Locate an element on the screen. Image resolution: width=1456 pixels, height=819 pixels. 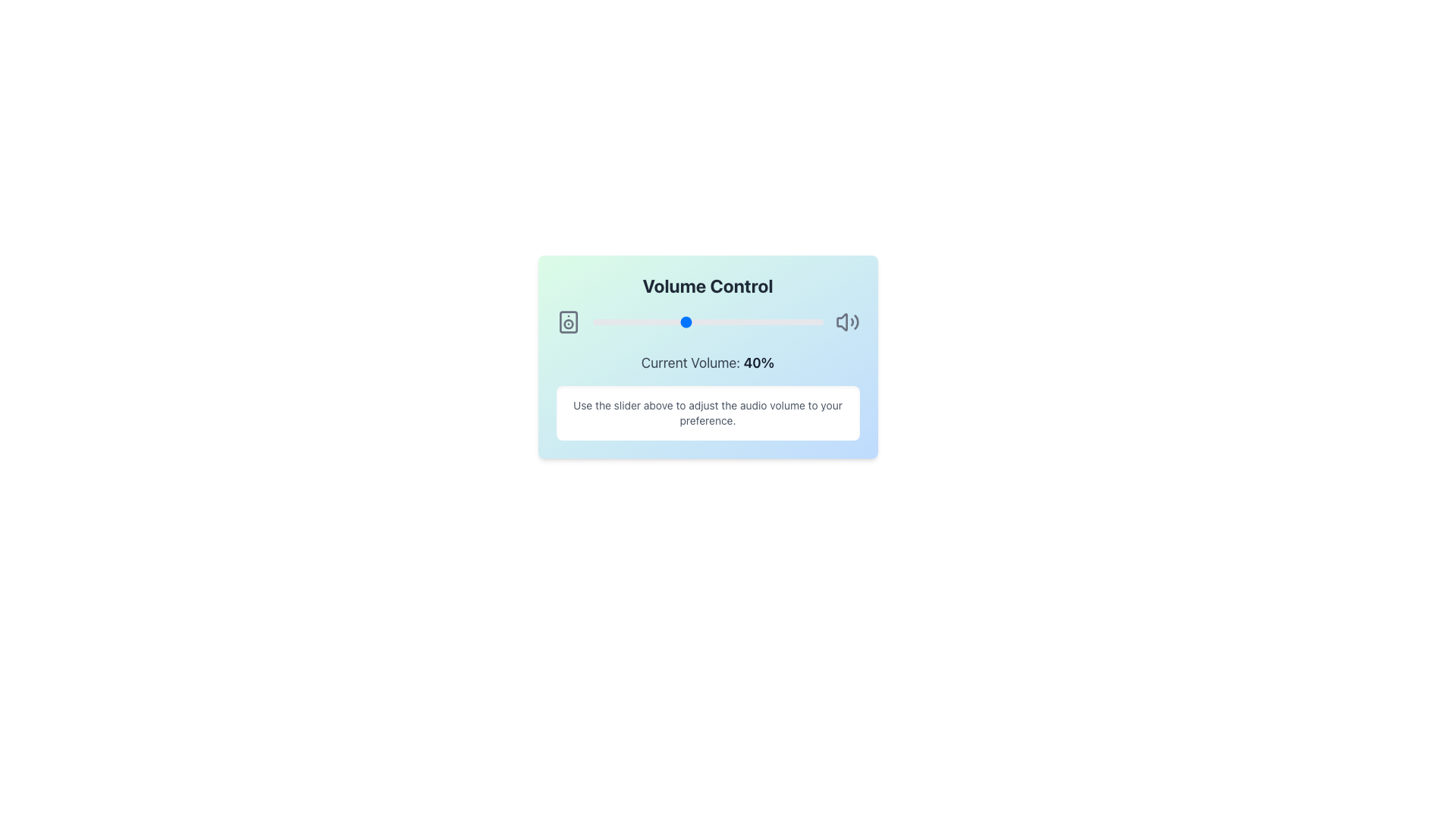
the speaker icon with sound wave notches to mute or unmute the volume in the 'Volume Control' modal window is located at coordinates (846, 321).